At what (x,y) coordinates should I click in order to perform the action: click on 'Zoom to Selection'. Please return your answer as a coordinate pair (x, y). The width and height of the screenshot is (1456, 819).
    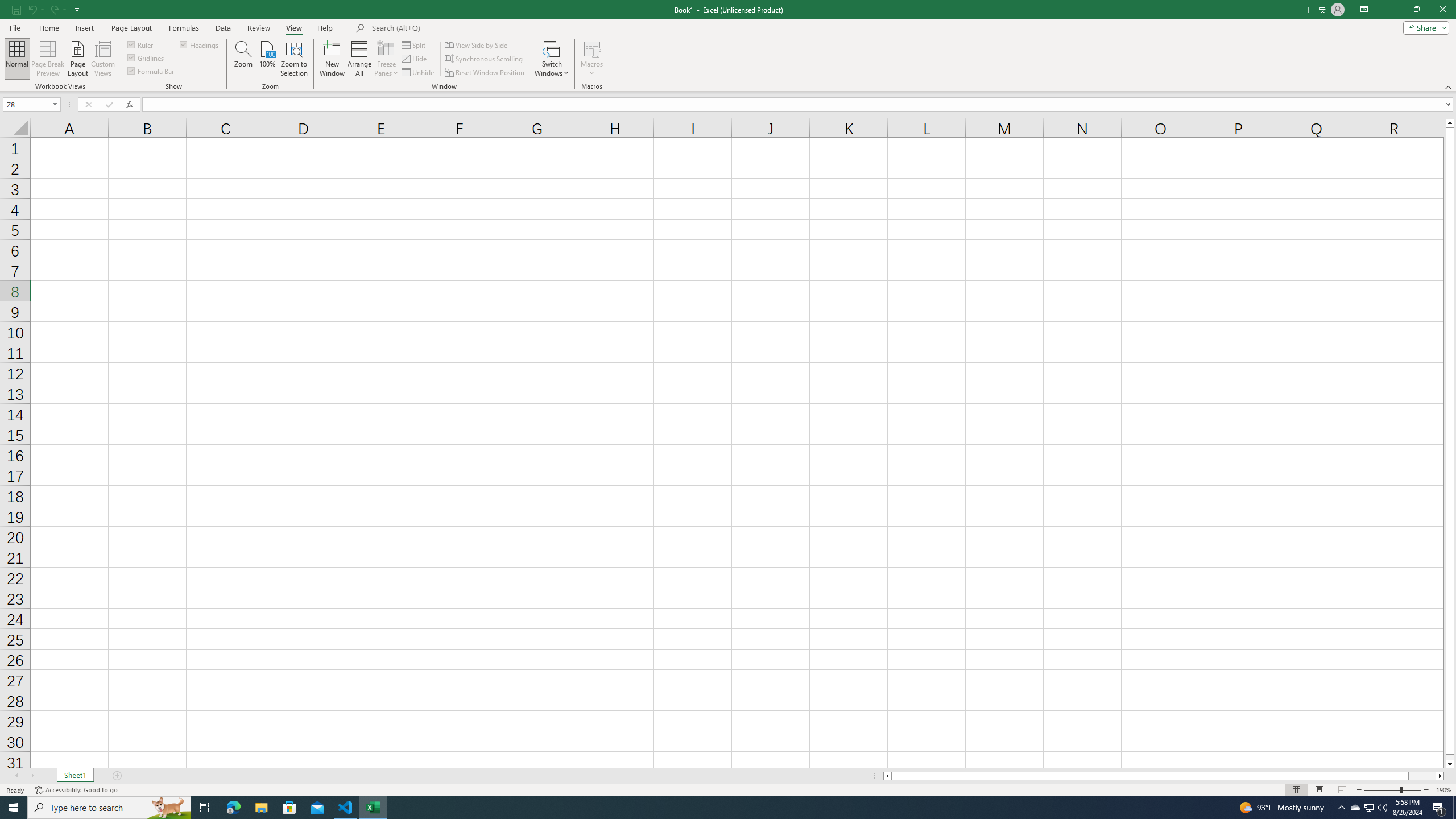
    Looking at the image, I should click on (294, 59).